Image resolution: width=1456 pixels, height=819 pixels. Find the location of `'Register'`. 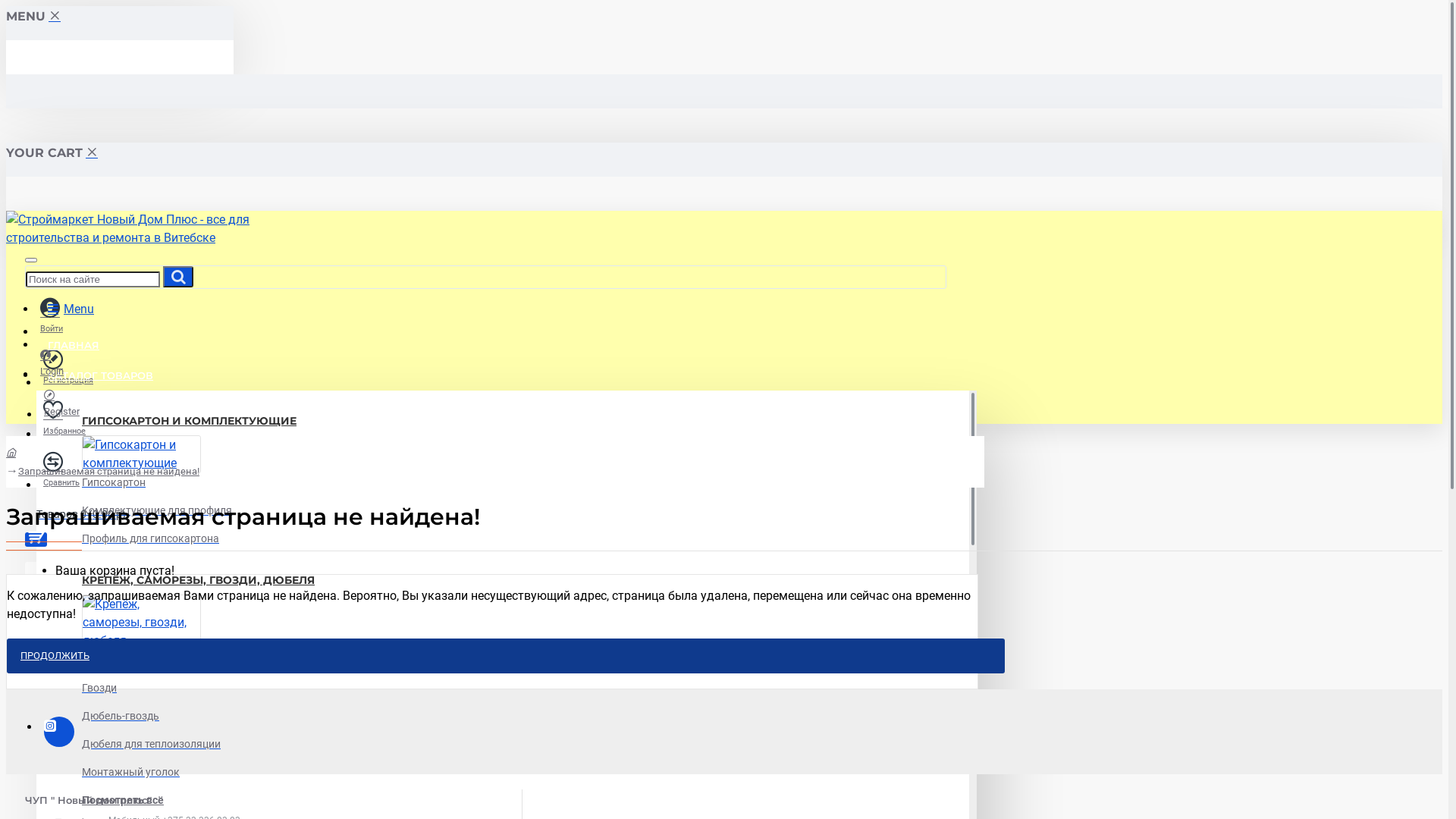

'Register' is located at coordinates (61, 402).